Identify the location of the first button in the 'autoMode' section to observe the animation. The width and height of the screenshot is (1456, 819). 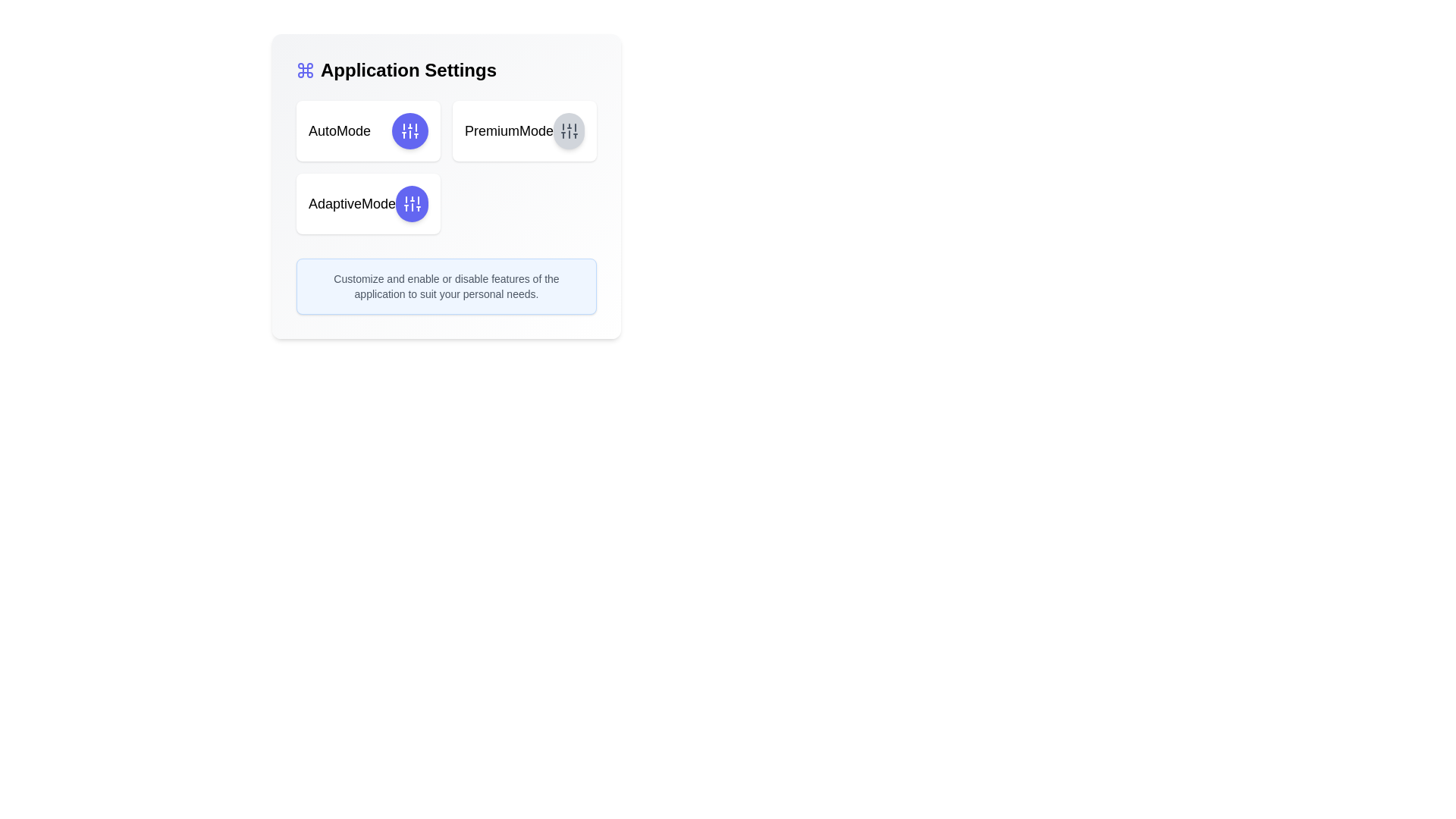
(410, 130).